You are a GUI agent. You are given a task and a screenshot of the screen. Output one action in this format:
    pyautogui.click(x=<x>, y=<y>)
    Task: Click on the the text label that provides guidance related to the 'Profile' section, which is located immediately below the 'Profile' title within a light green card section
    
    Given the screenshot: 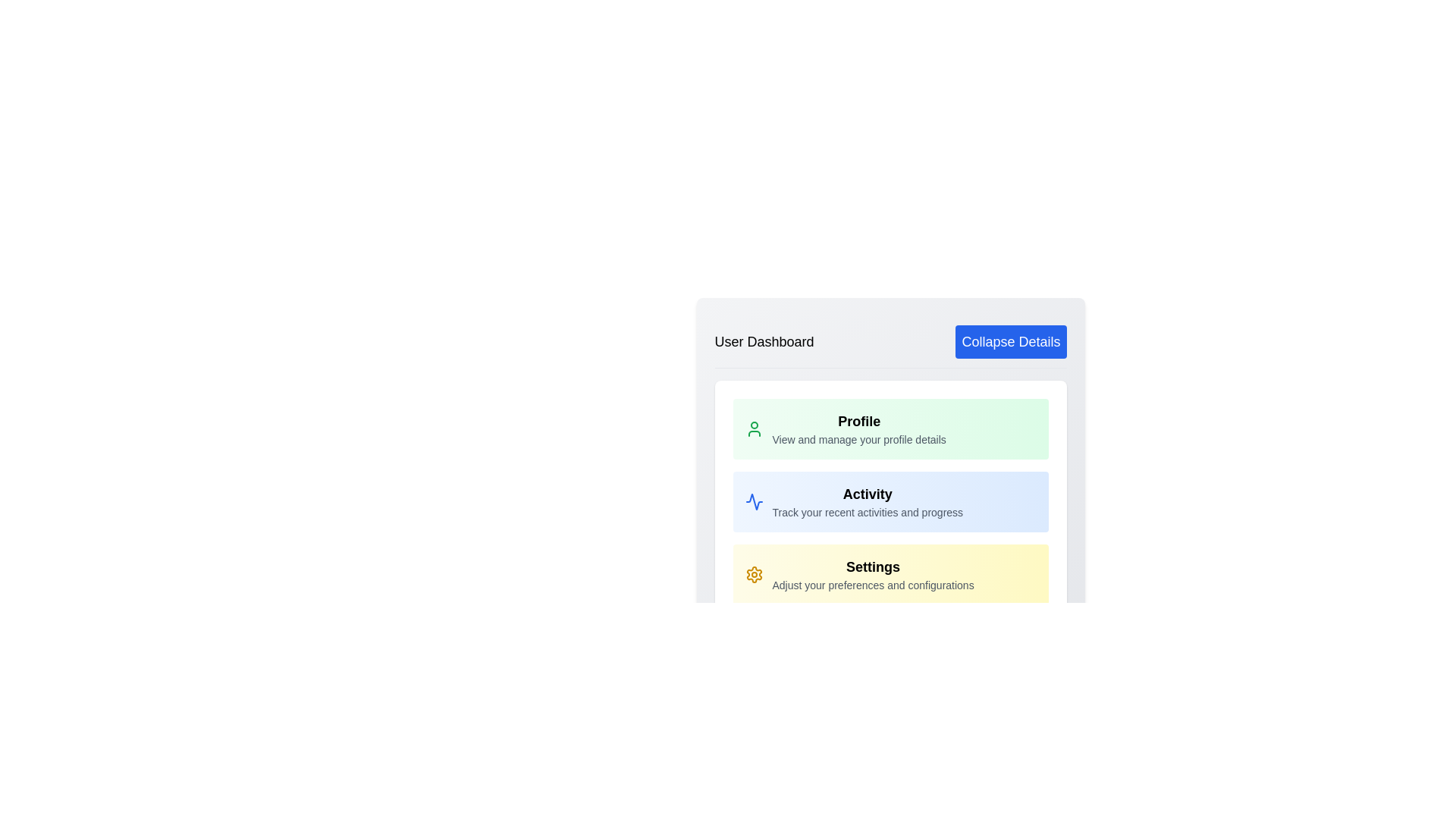 What is the action you would take?
    pyautogui.click(x=859, y=439)
    